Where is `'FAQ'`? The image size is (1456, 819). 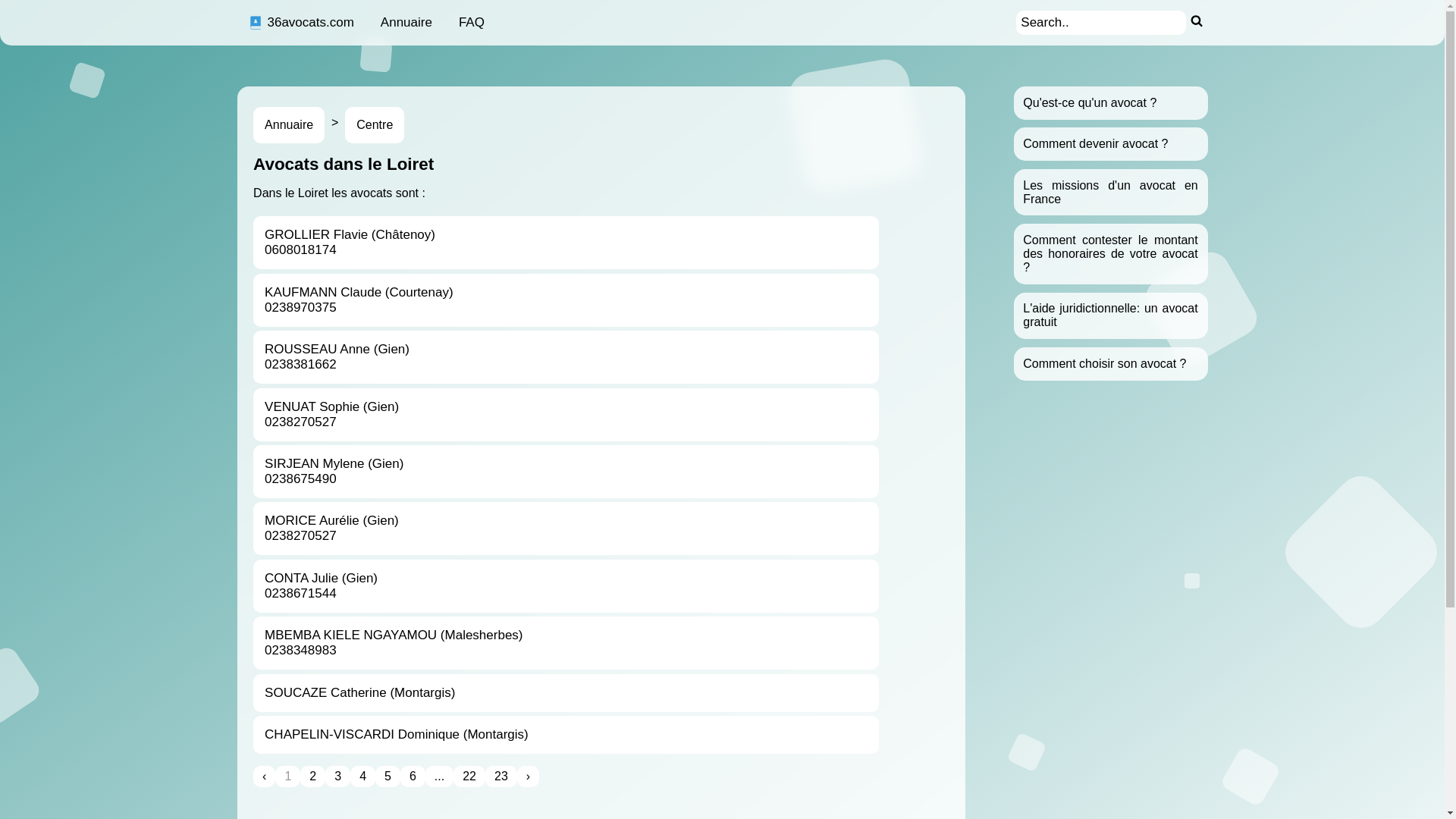 'FAQ' is located at coordinates (471, 23).